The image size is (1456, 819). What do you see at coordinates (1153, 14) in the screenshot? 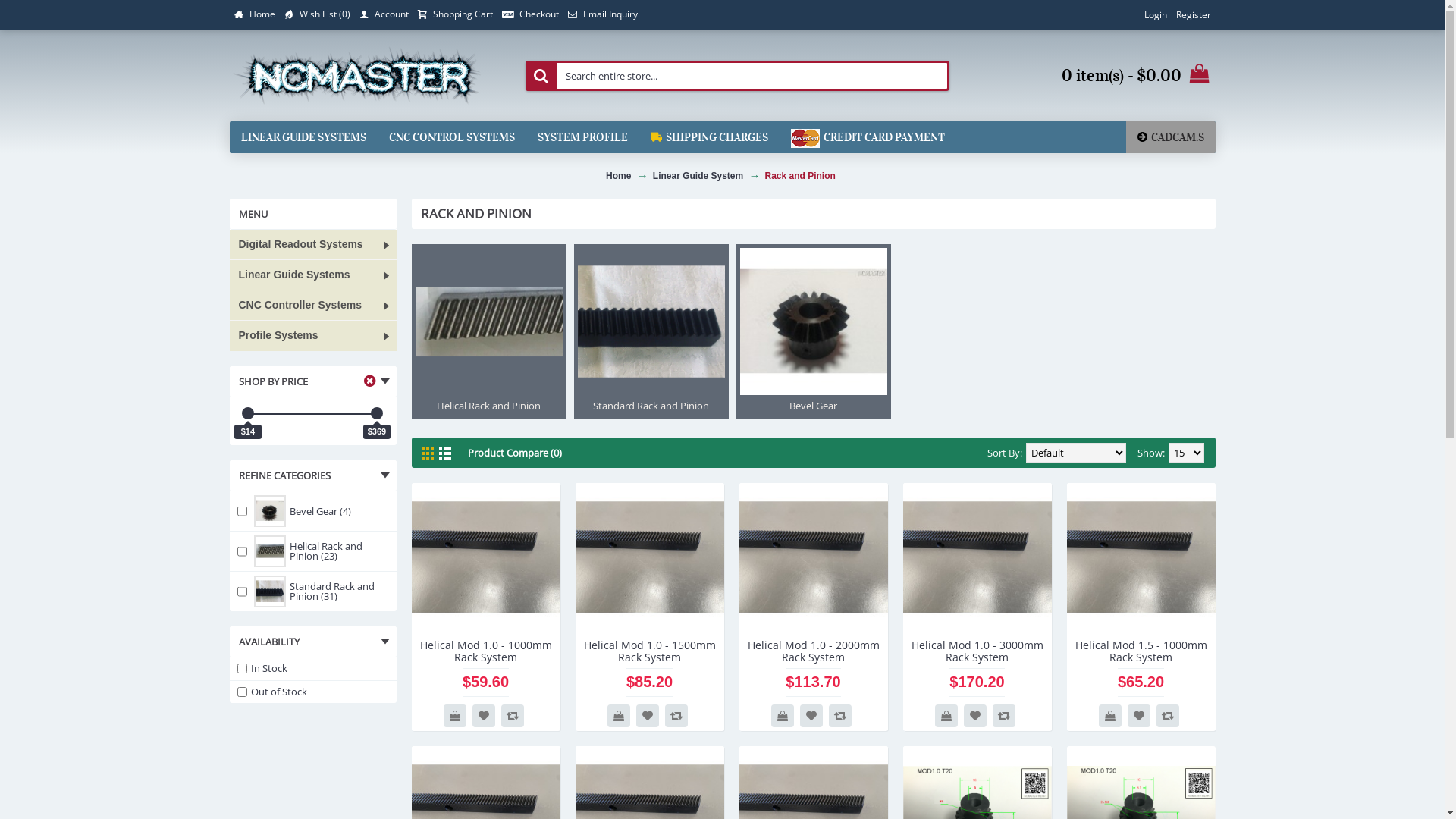
I see `'Login'` at bounding box center [1153, 14].